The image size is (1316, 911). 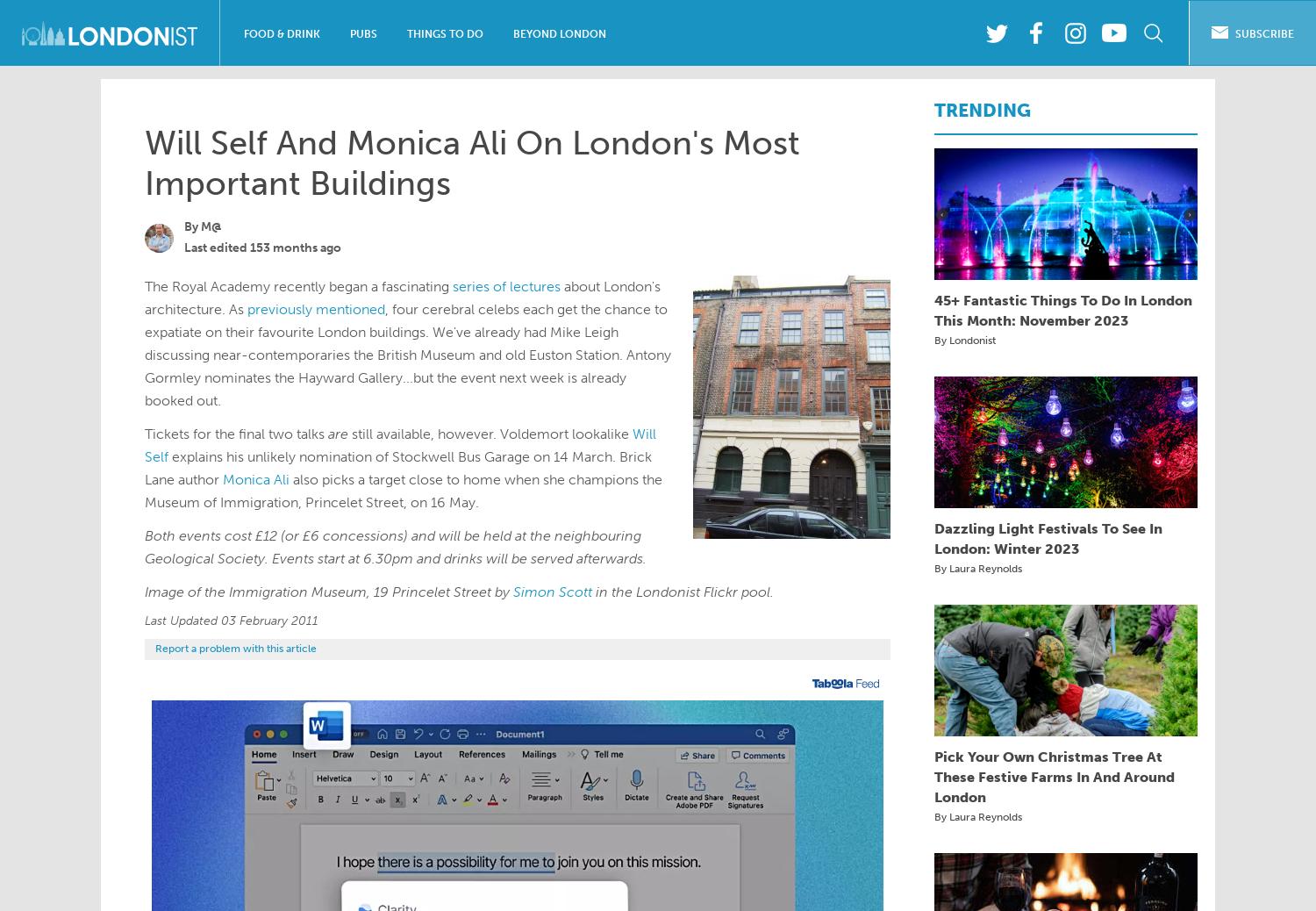 I want to click on 'TRENDING', so click(x=982, y=109).